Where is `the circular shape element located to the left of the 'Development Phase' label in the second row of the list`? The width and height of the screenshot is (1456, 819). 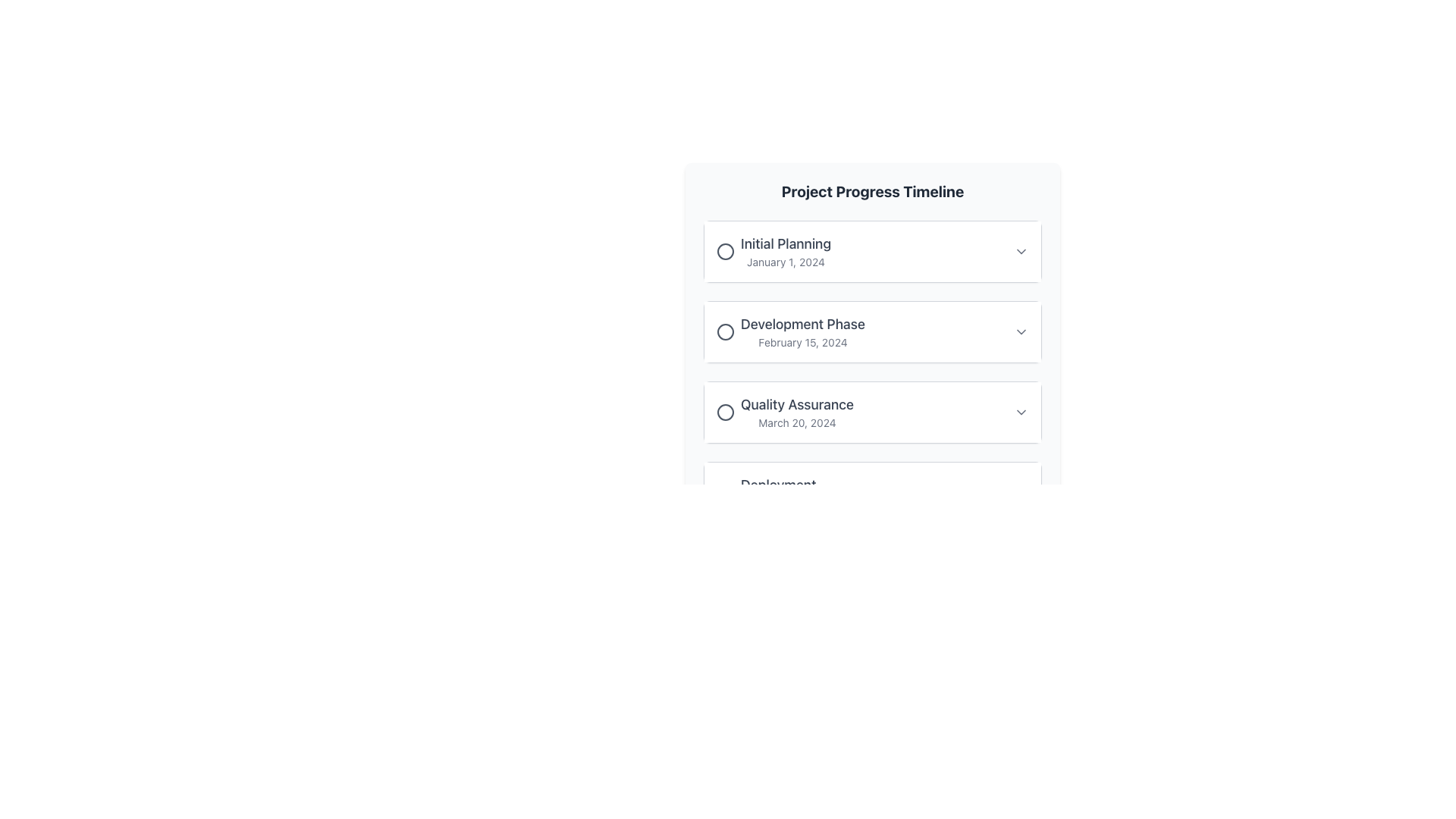 the circular shape element located to the left of the 'Development Phase' label in the second row of the list is located at coordinates (724, 331).